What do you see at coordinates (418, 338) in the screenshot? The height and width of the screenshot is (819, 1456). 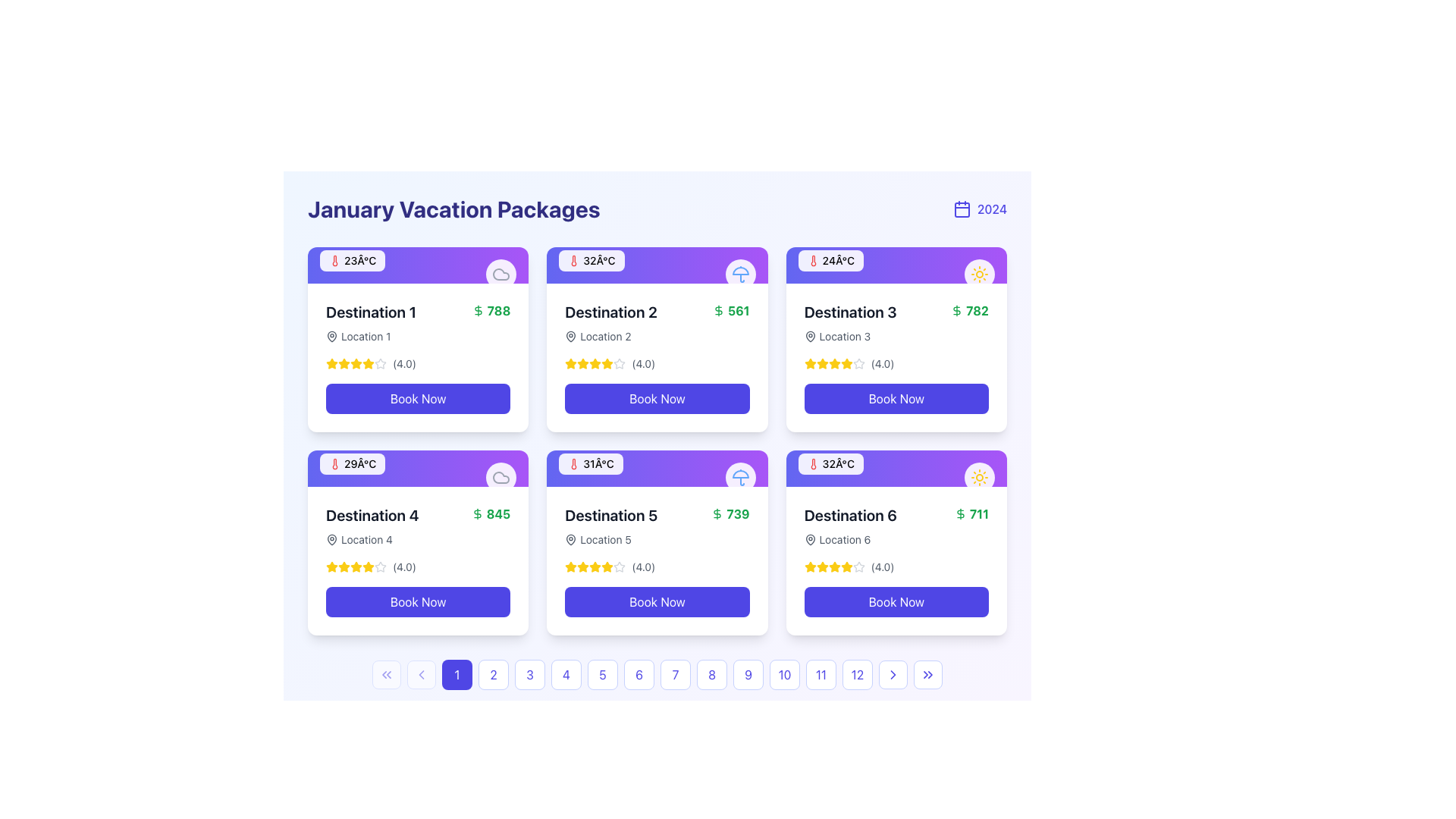 I see `displayed information from the top-left card in the 'January Vacation Packages' section, which contains temperature, weather information, destination name, and rating` at bounding box center [418, 338].